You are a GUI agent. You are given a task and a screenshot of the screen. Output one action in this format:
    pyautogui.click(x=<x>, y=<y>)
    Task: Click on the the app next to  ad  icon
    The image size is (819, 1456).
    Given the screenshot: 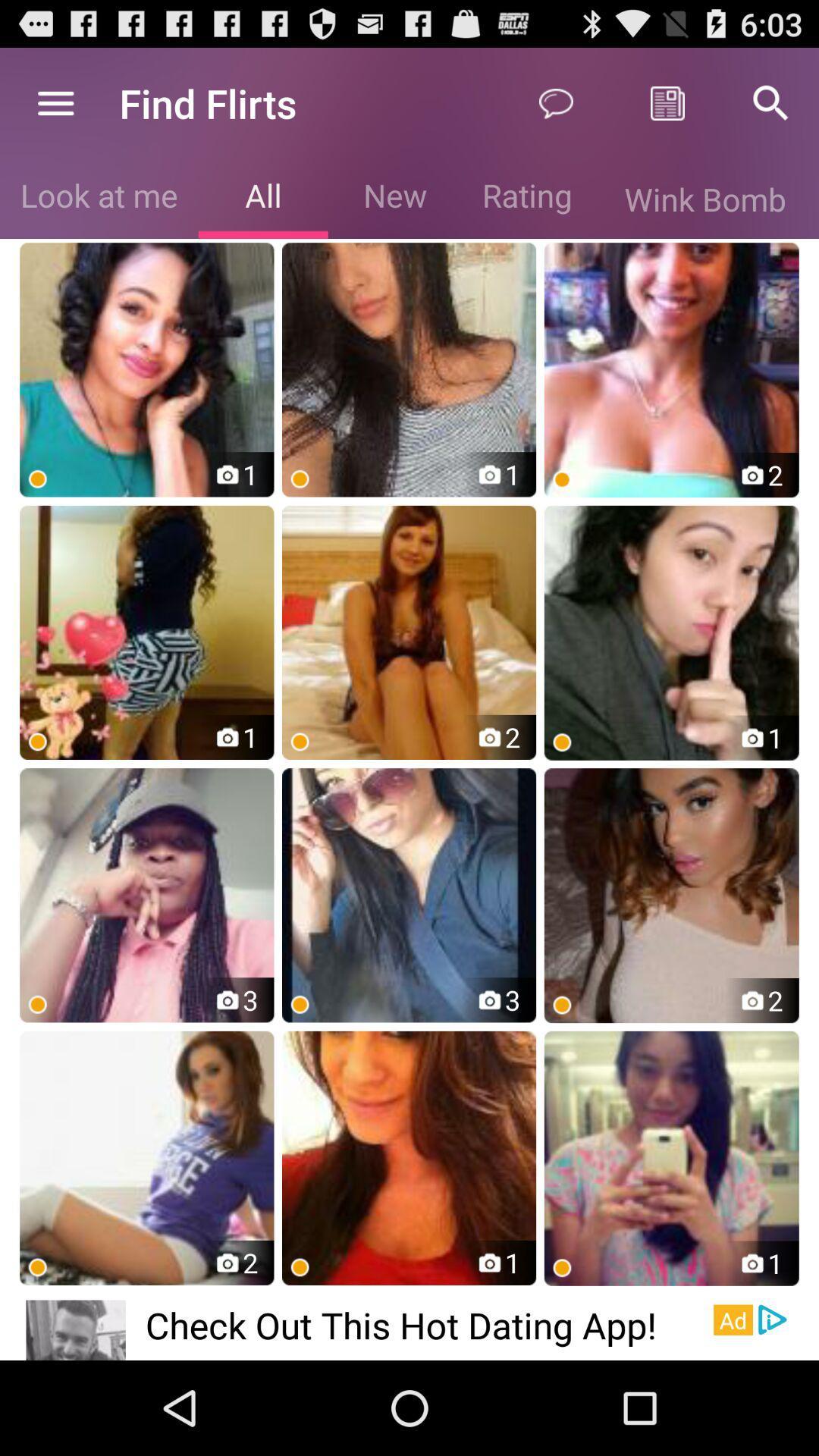 What is the action you would take?
    pyautogui.click(x=429, y=1324)
    